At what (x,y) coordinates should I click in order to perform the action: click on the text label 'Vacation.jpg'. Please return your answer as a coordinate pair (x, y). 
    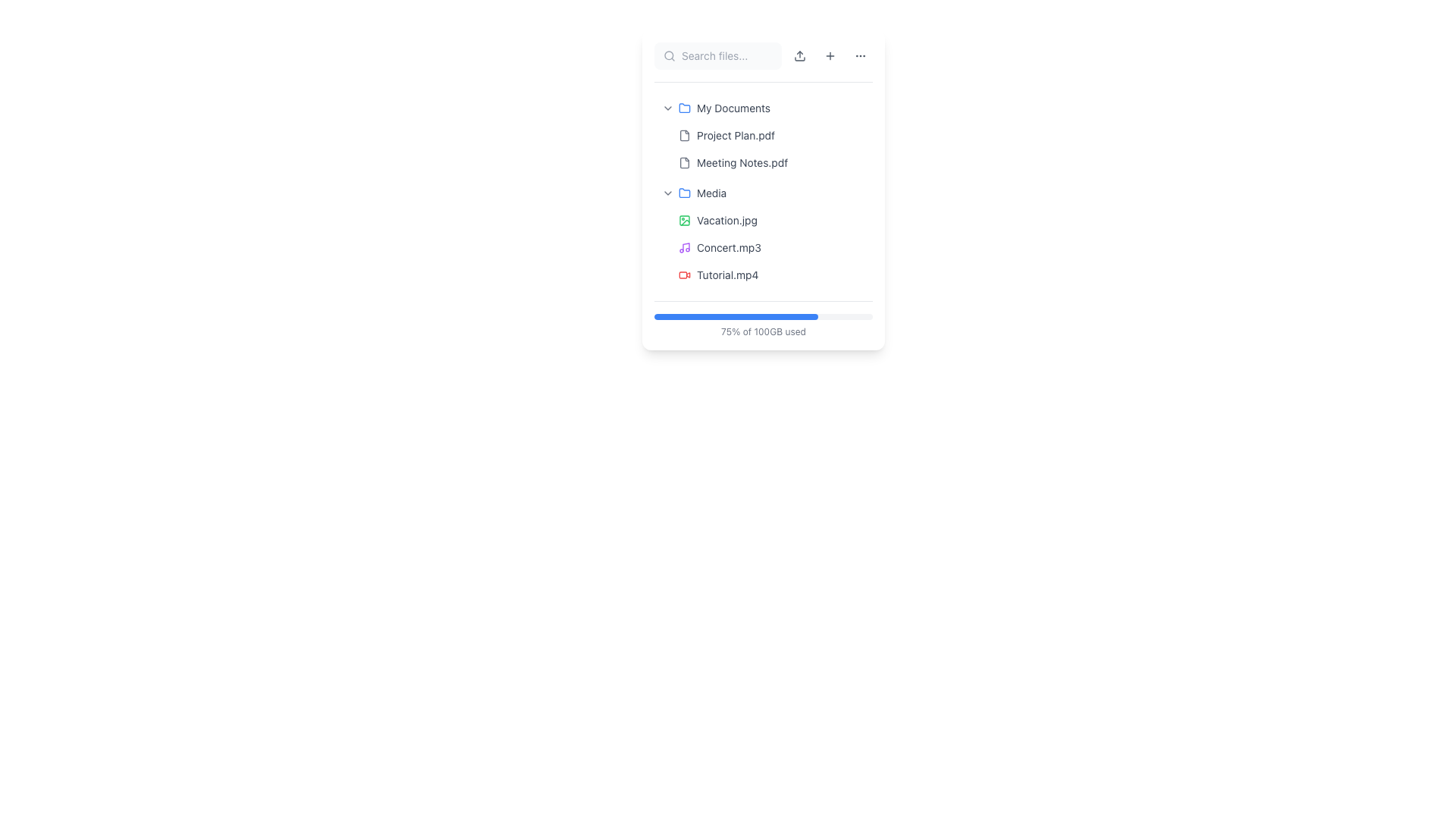
    Looking at the image, I should click on (726, 220).